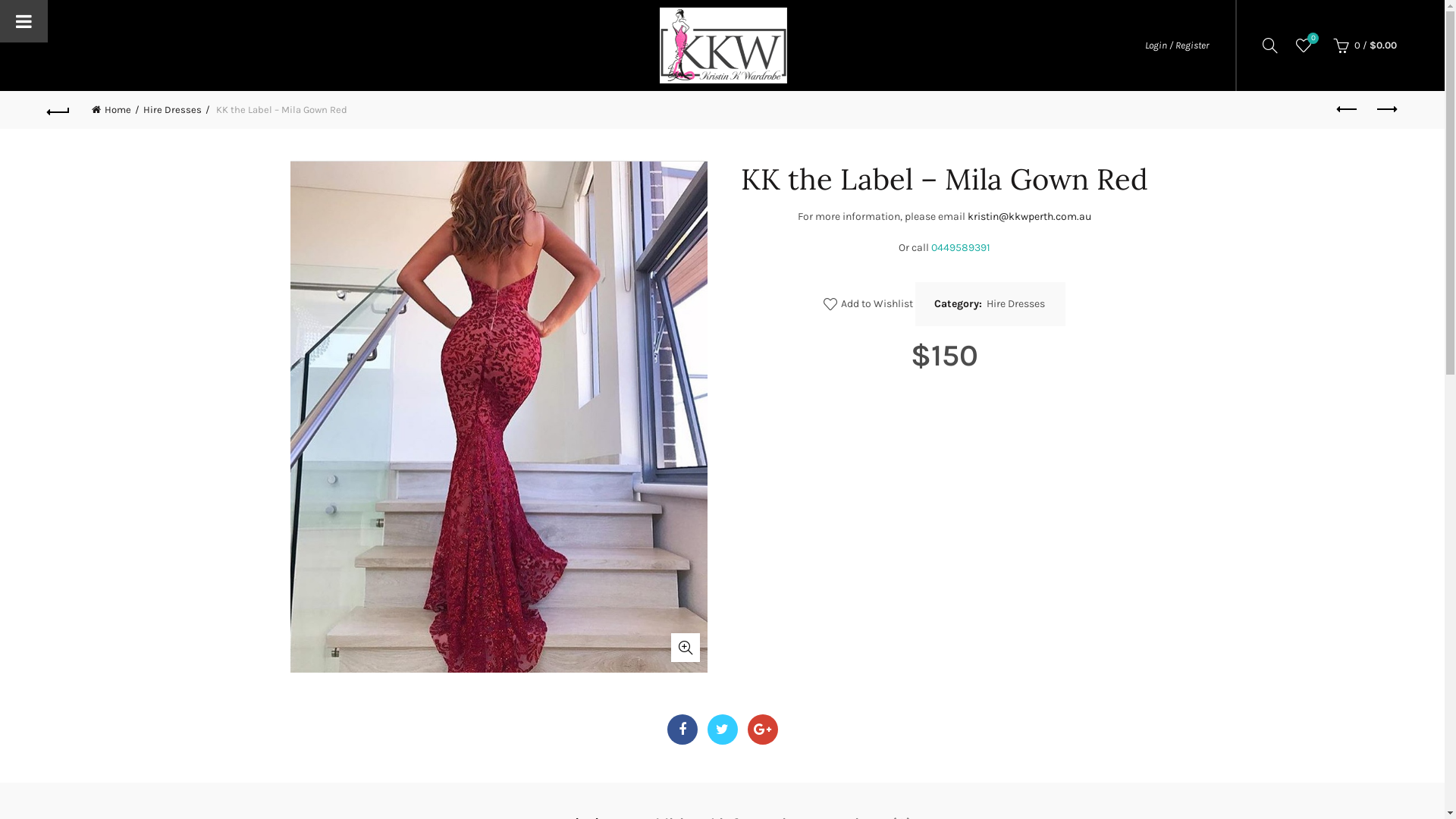  Describe the element at coordinates (177, 108) in the screenshot. I see `'Hire Dresses'` at that location.